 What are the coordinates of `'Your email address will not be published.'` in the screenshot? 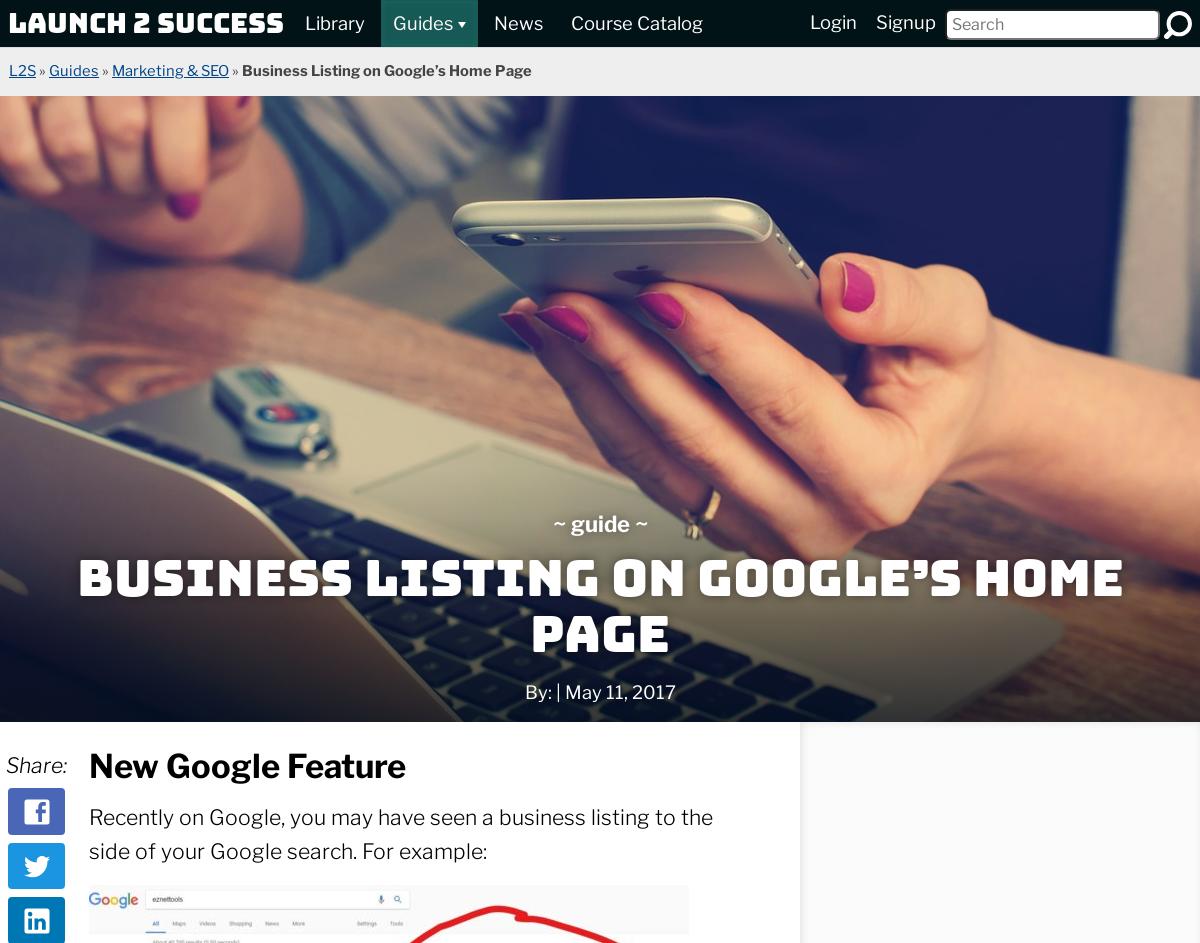 It's located at (215, 601).